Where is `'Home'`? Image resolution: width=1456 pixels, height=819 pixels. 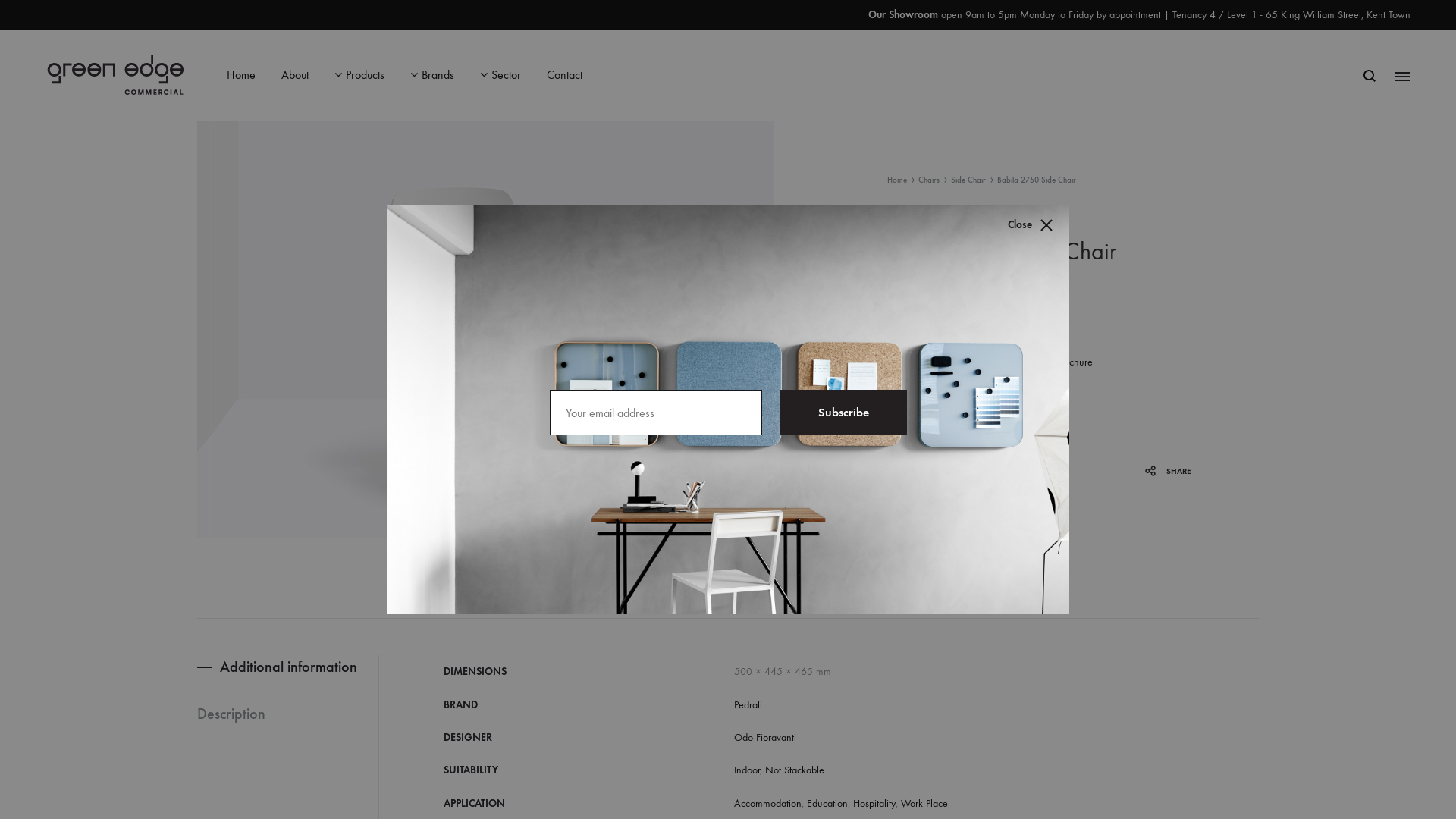
'Home' is located at coordinates (225, 75).